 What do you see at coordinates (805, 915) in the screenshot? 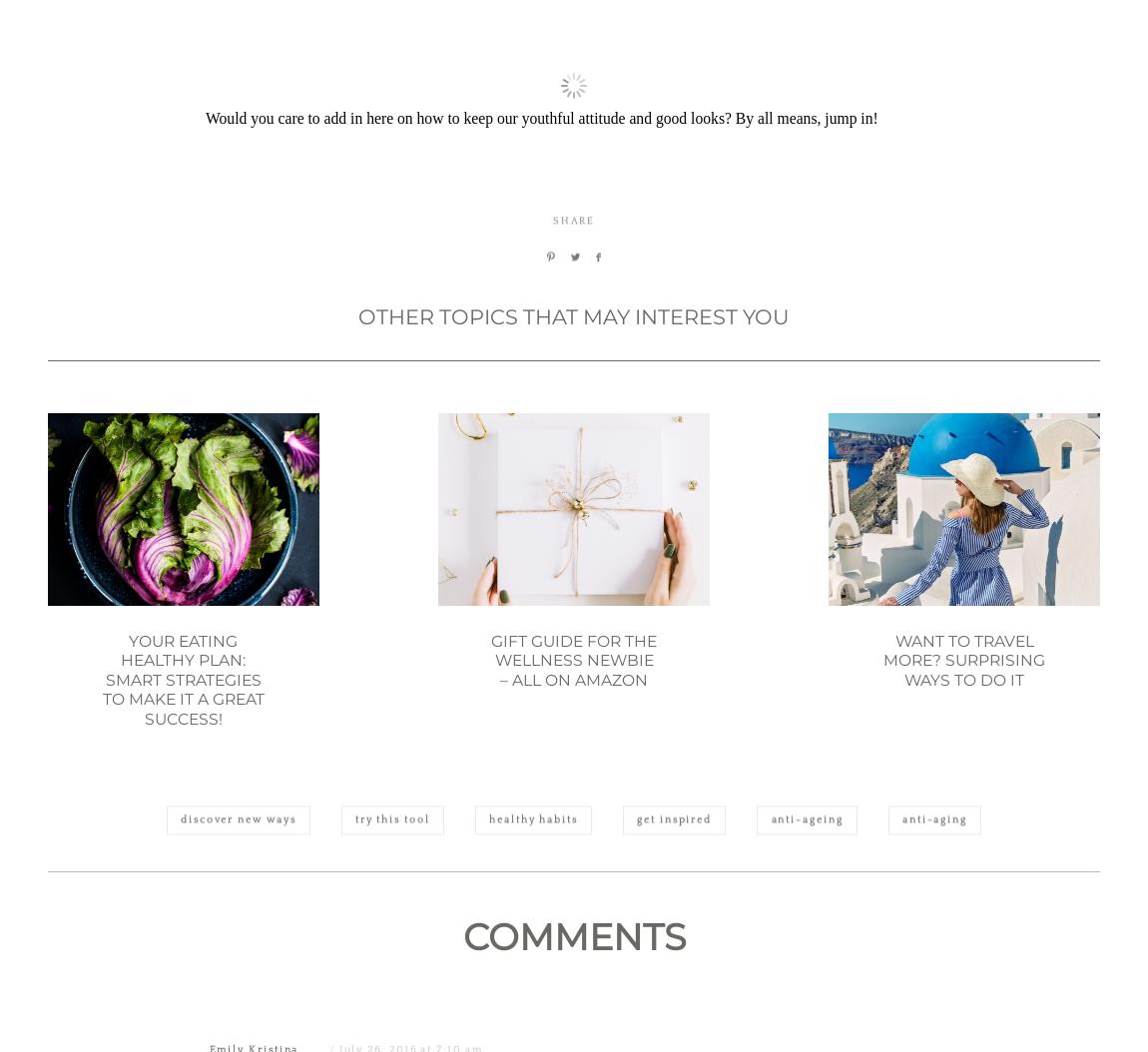
I see `'anti-ageing'` at bounding box center [805, 915].